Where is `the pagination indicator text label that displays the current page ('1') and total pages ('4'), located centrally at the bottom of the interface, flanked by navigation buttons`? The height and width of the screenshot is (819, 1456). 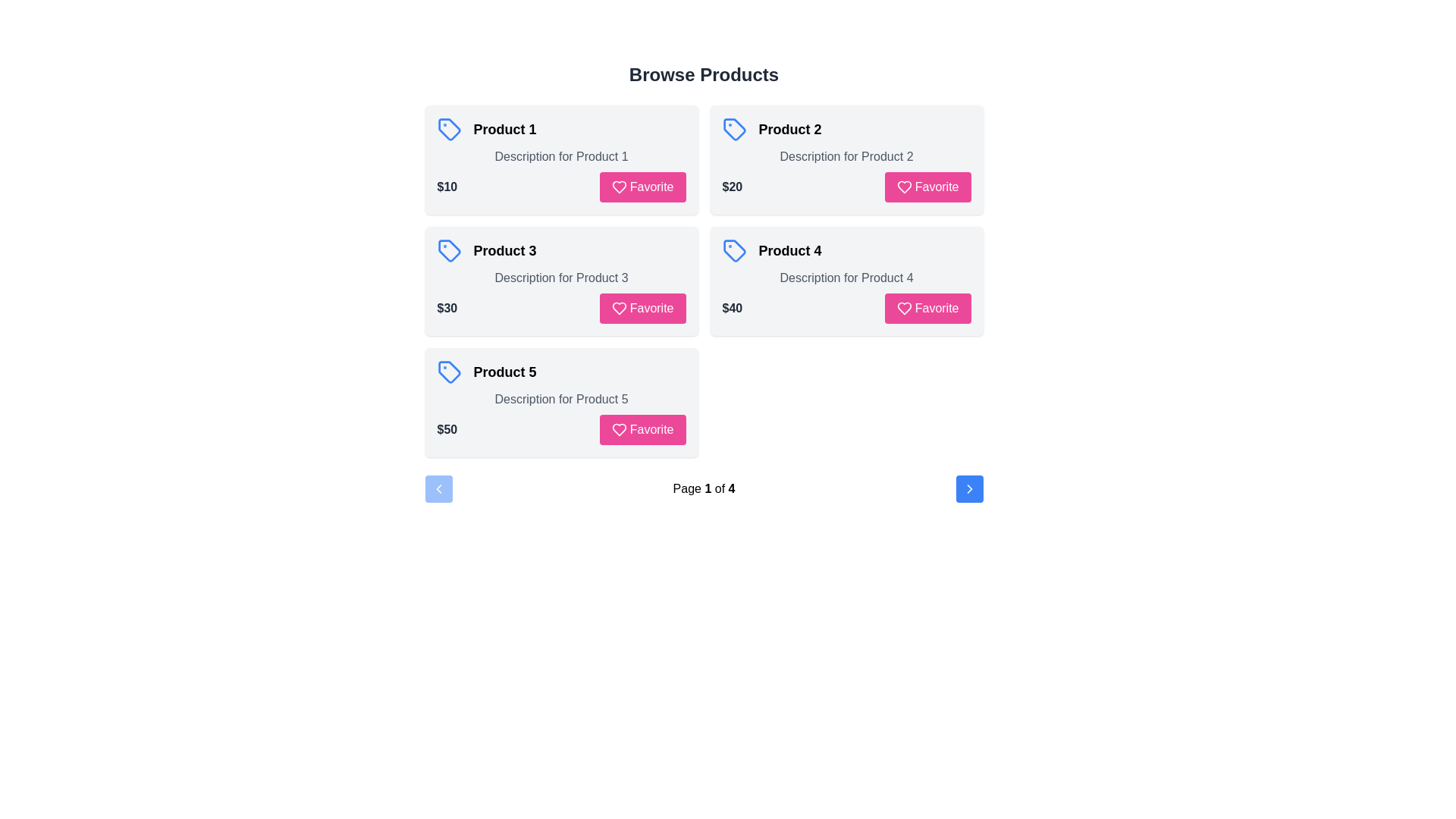 the pagination indicator text label that displays the current page ('1') and total pages ('4'), located centrally at the bottom of the interface, flanked by navigation buttons is located at coordinates (703, 488).